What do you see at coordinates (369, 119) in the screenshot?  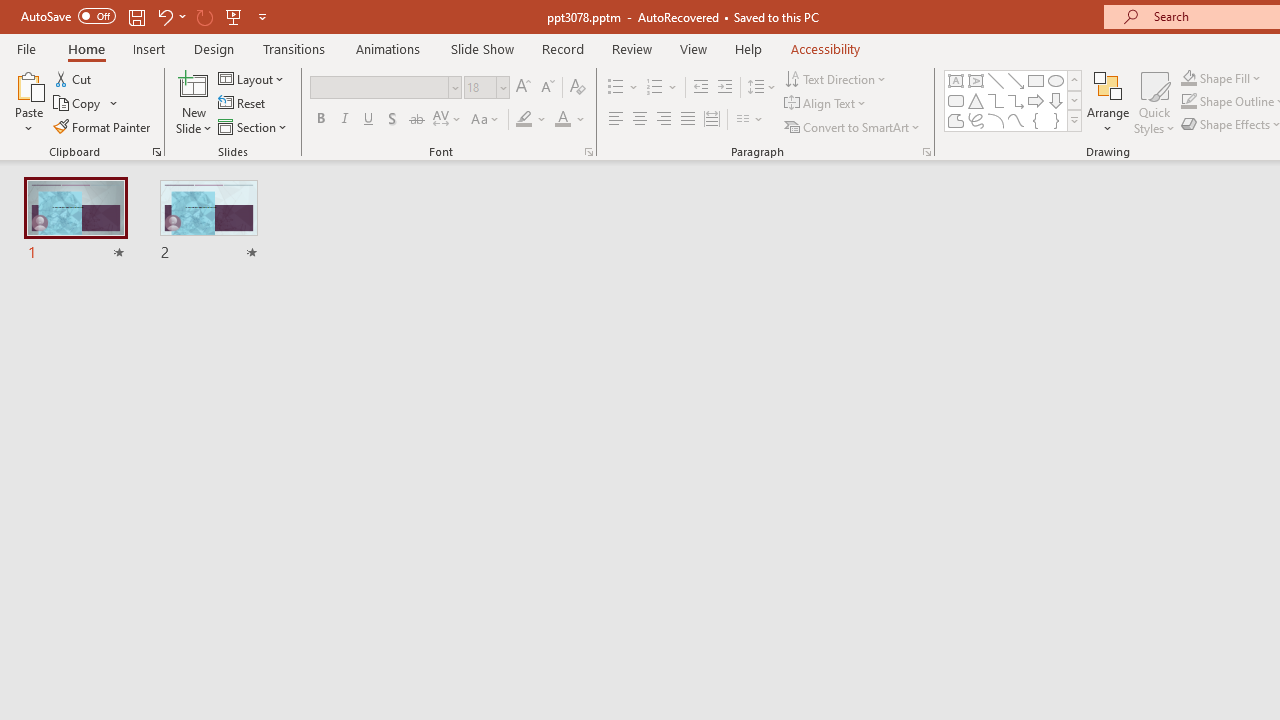 I see `'Underline'` at bounding box center [369, 119].